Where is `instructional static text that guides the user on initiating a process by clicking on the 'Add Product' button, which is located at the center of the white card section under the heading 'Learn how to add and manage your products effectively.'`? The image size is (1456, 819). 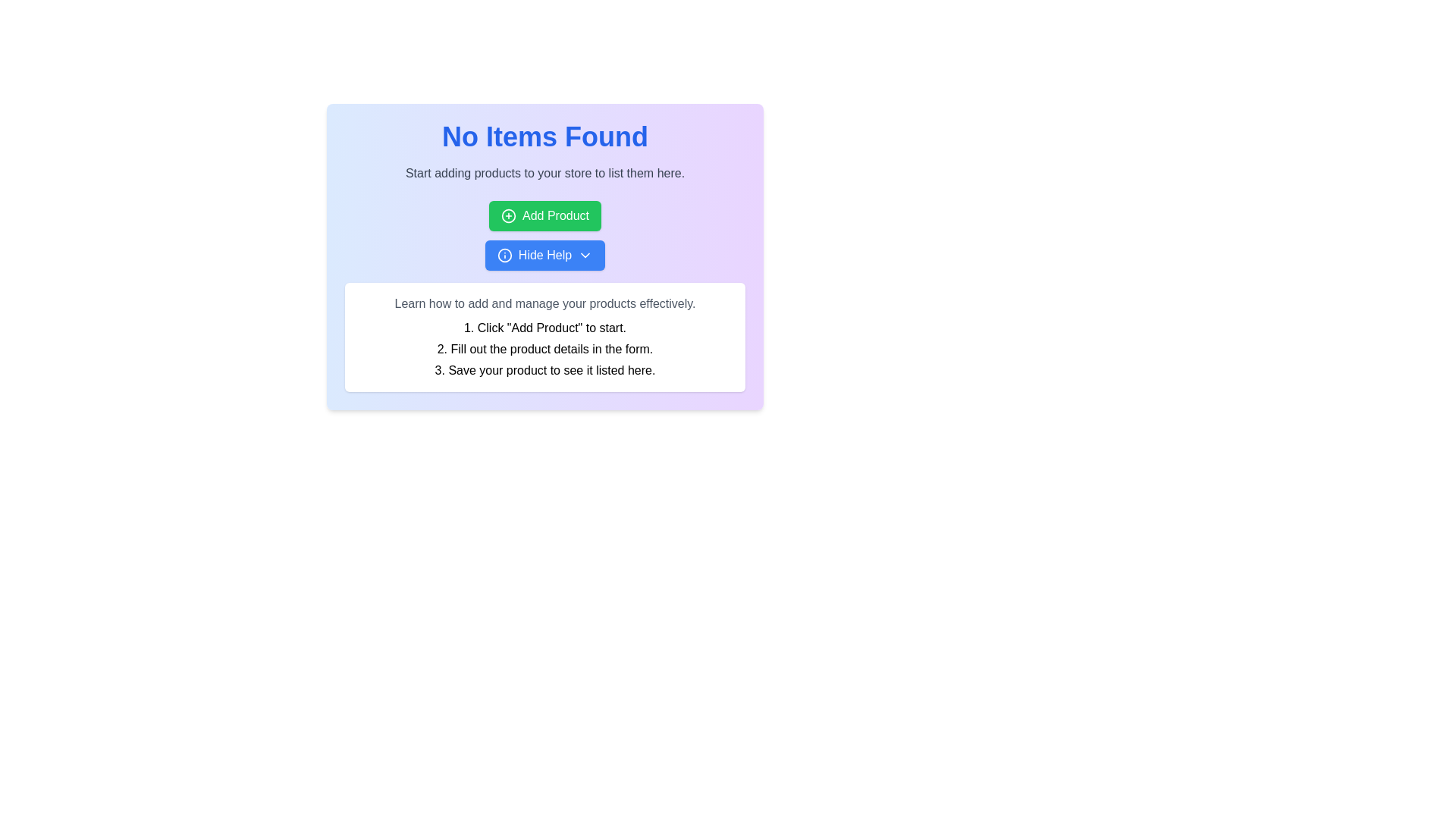
instructional static text that guides the user on initiating a process by clicking on the 'Add Product' button, which is located at the center of the white card section under the heading 'Learn how to add and manage your products effectively.' is located at coordinates (545, 327).